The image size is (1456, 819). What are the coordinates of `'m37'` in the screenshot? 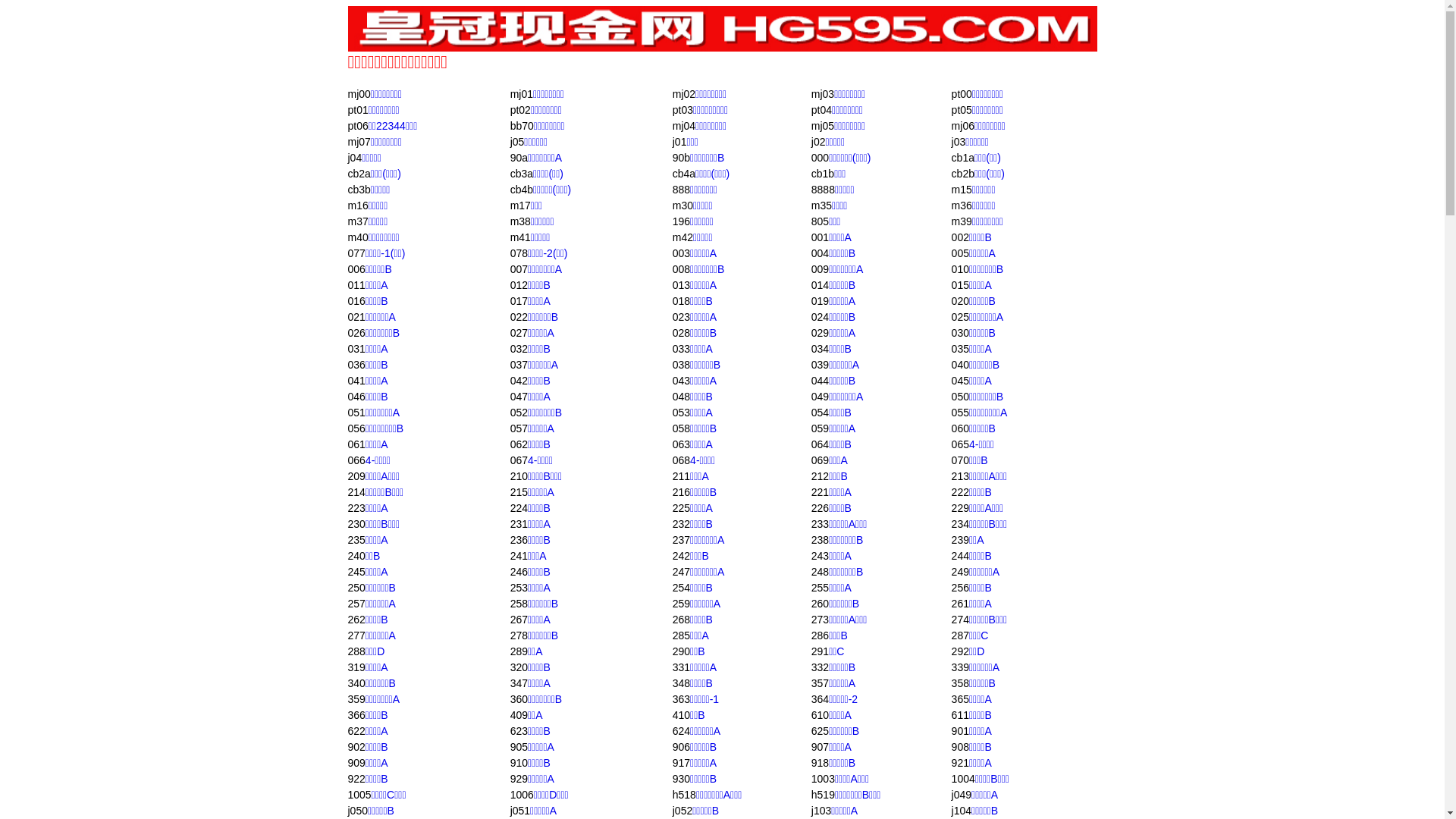 It's located at (356, 221).